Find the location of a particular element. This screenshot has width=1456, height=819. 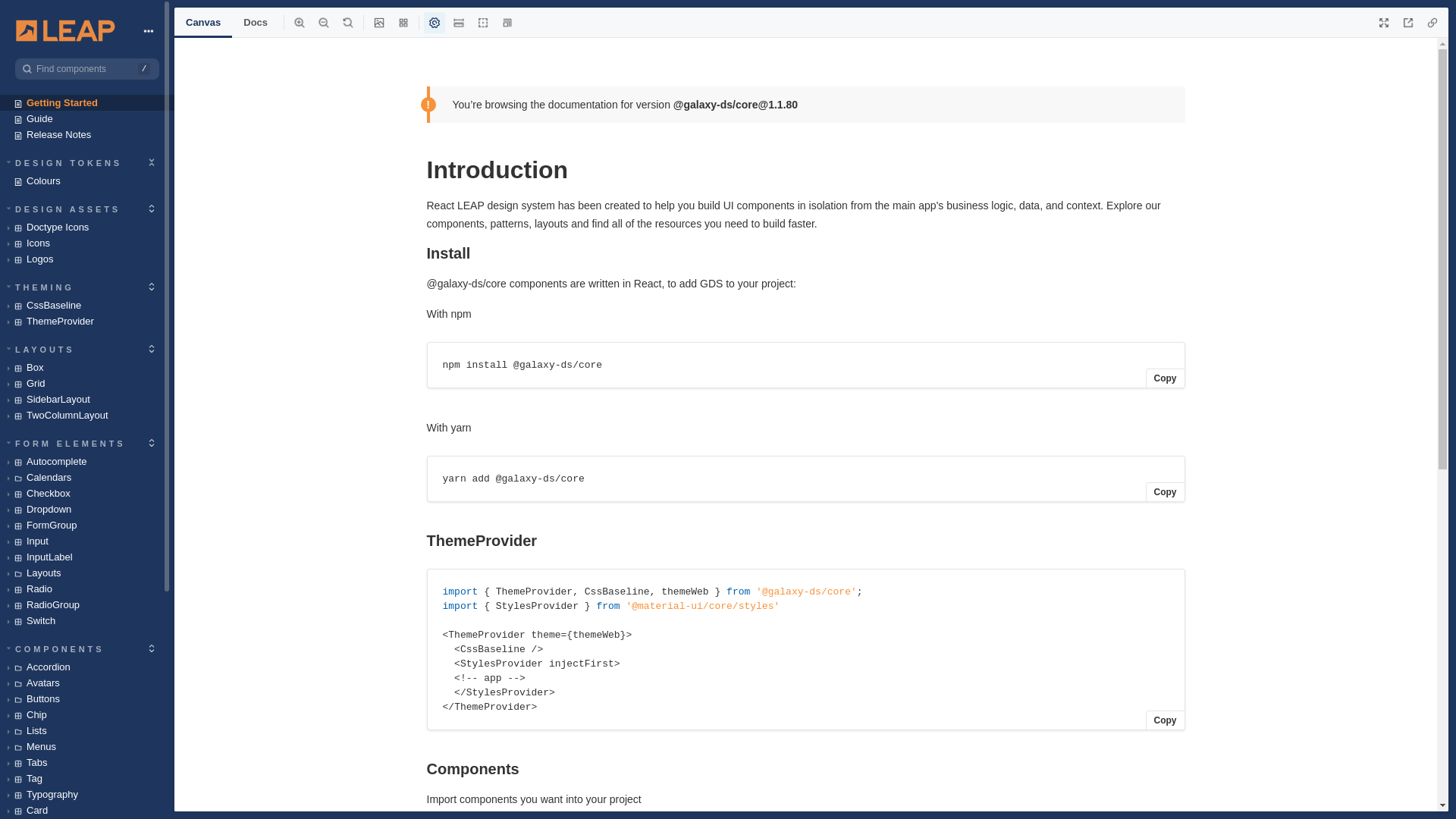

'Accordion' is located at coordinates (86, 666).